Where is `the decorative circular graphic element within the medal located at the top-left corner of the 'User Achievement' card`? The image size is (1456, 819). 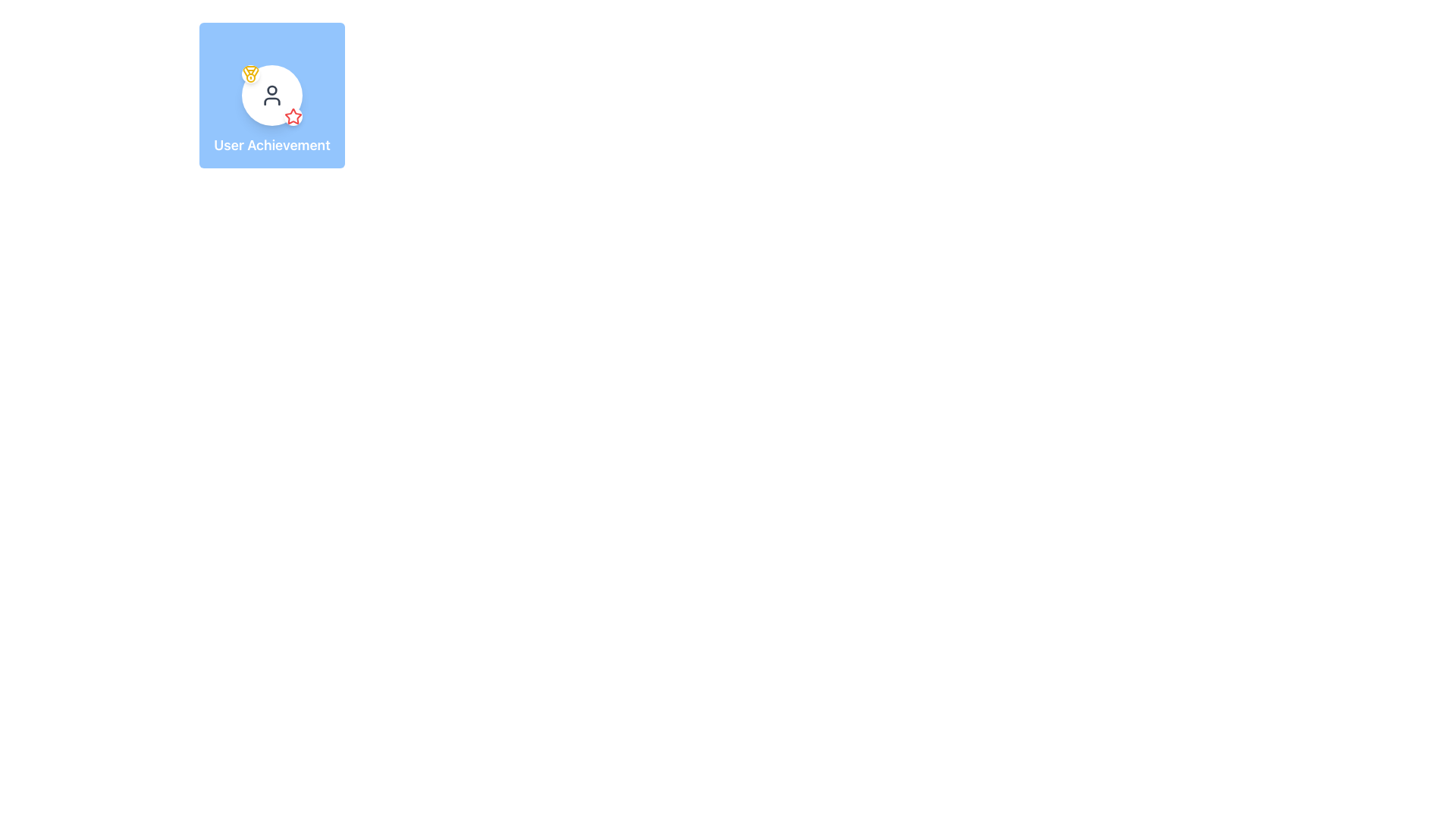
the decorative circular graphic element within the medal located at the top-left corner of the 'User Achievement' card is located at coordinates (251, 78).